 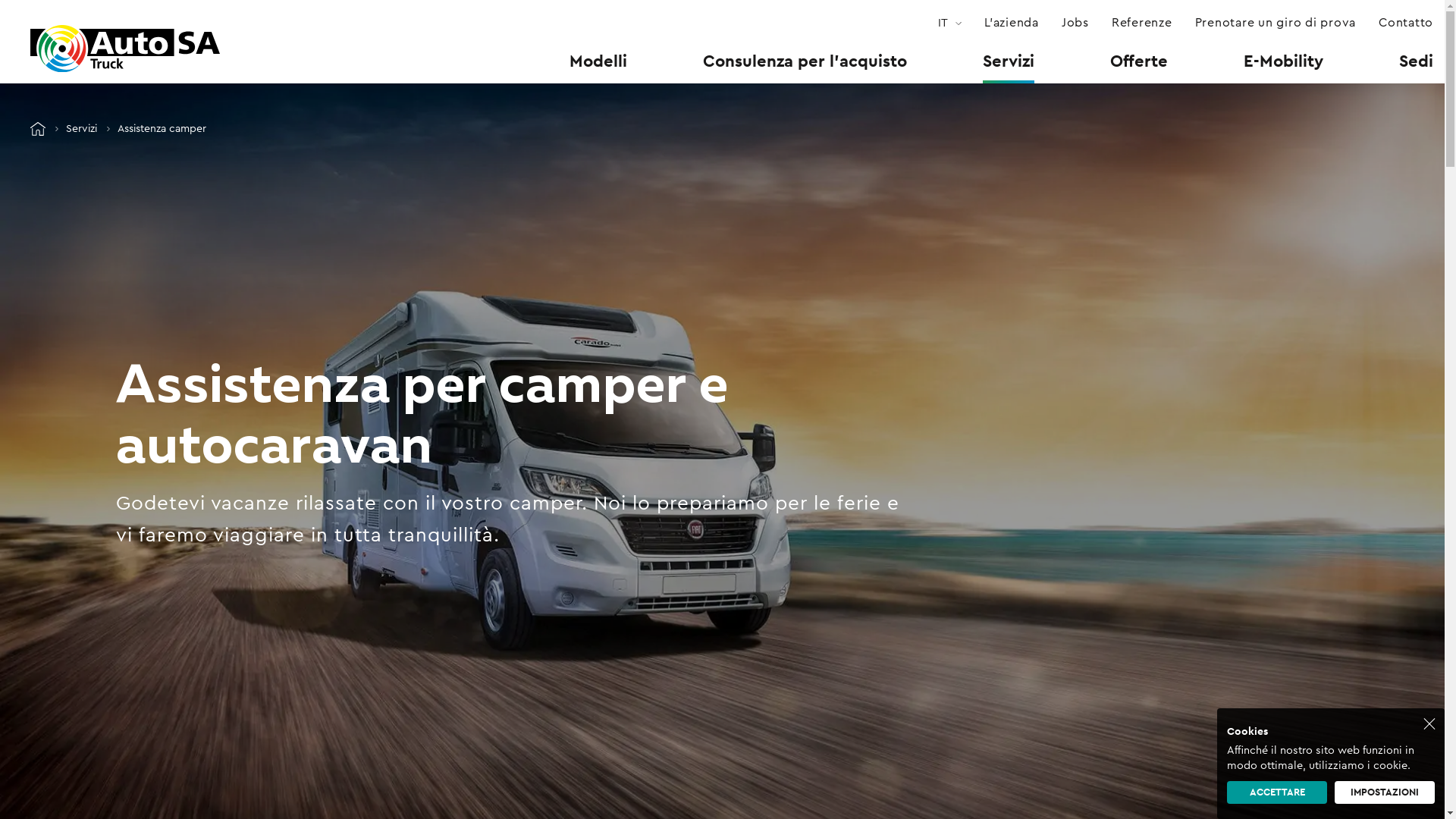 I want to click on 'IMPOSTAZIONI', so click(x=1384, y=792).